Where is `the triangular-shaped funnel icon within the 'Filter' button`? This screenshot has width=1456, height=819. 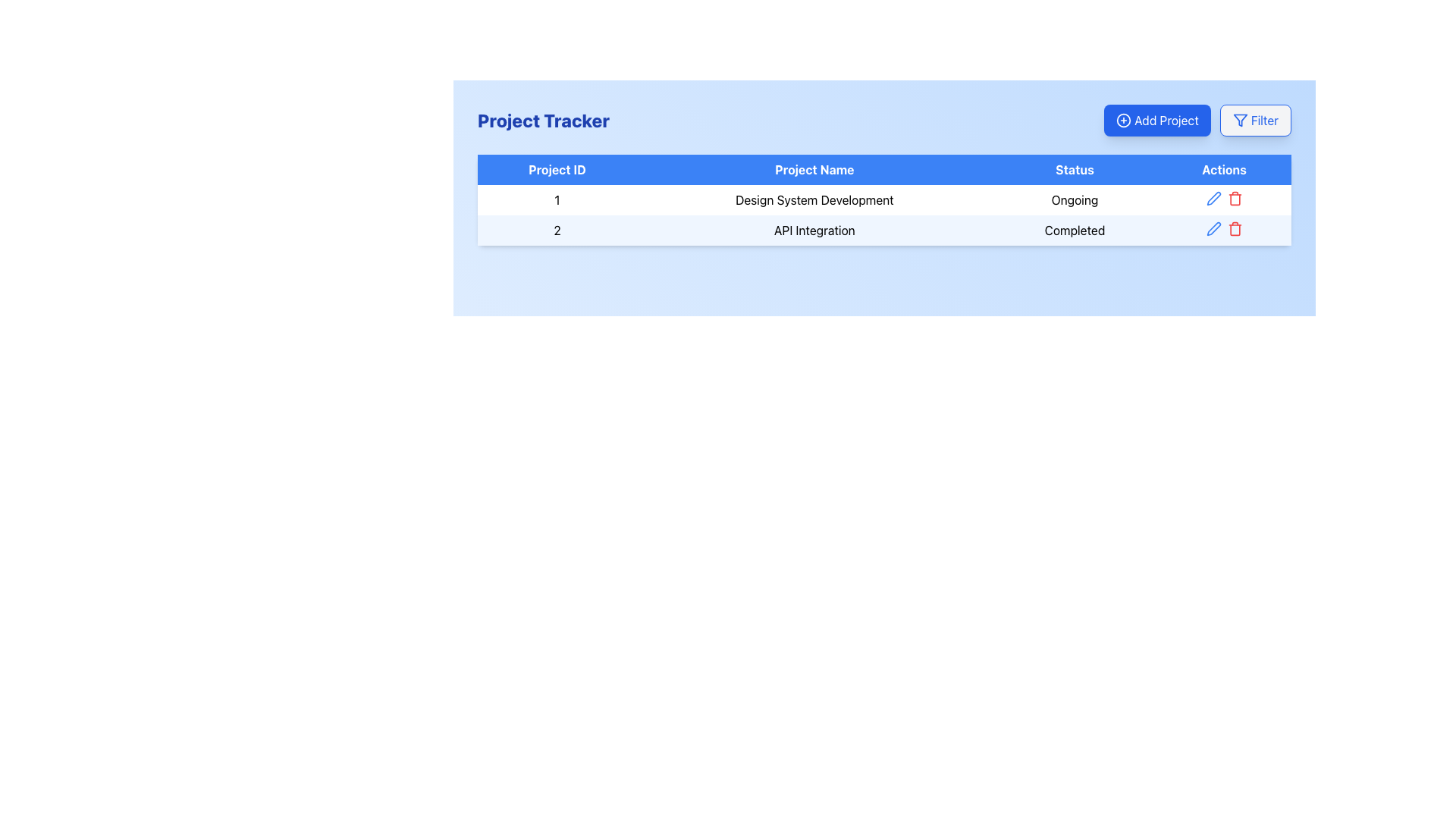 the triangular-shaped funnel icon within the 'Filter' button is located at coordinates (1240, 119).